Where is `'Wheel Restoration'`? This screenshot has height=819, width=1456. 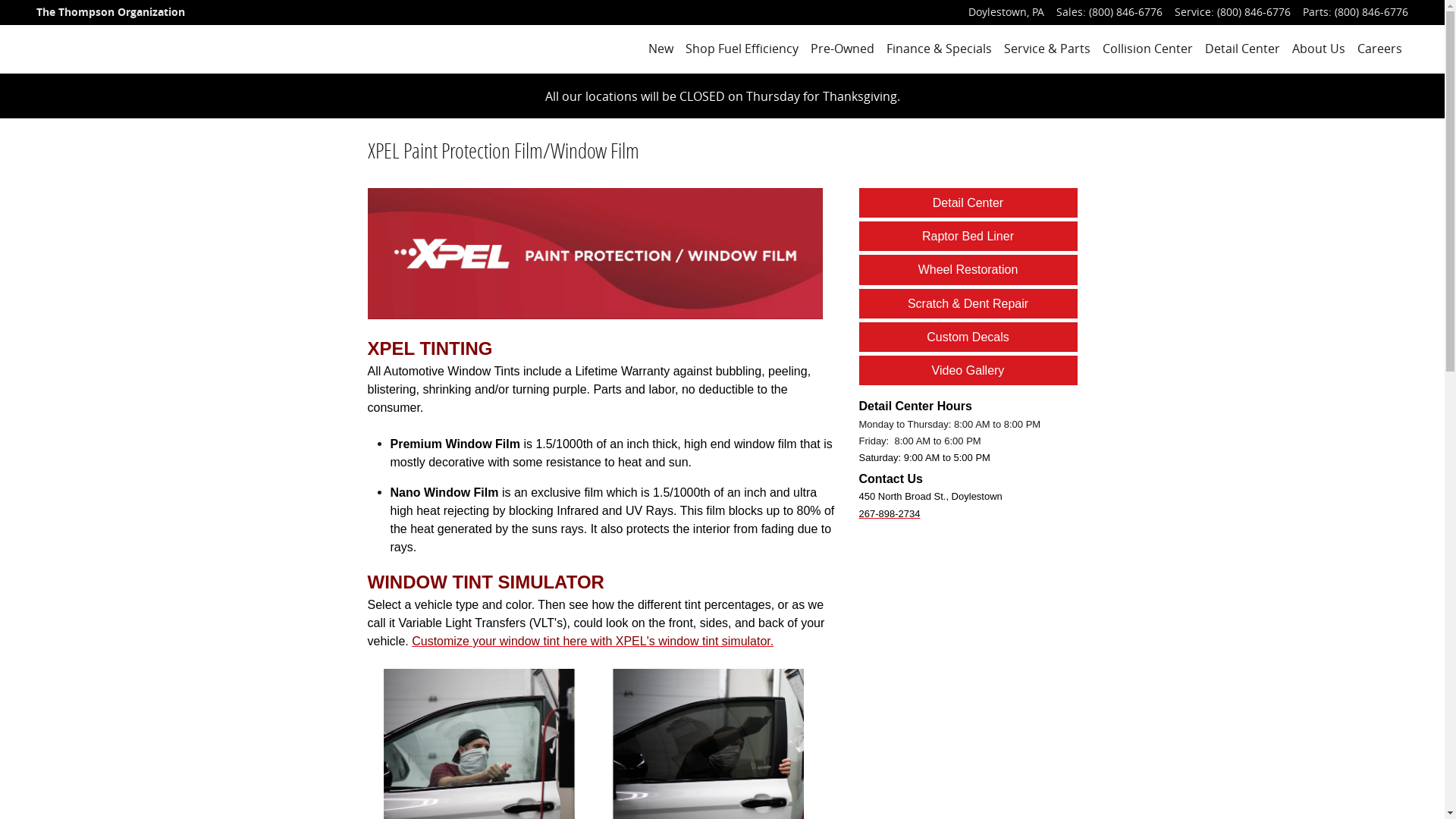 'Wheel Restoration' is located at coordinates (967, 268).